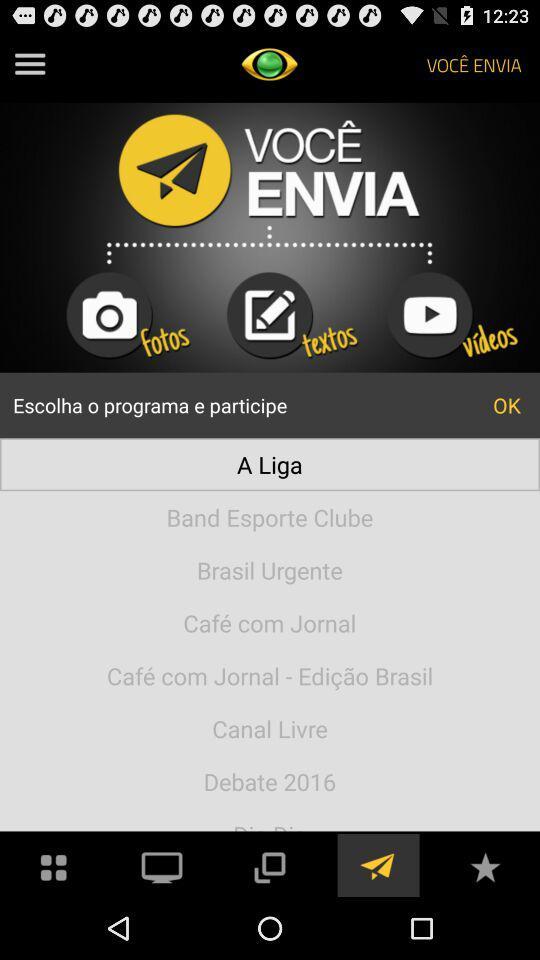 The image size is (540, 960). I want to click on the menu icon, so click(29, 68).